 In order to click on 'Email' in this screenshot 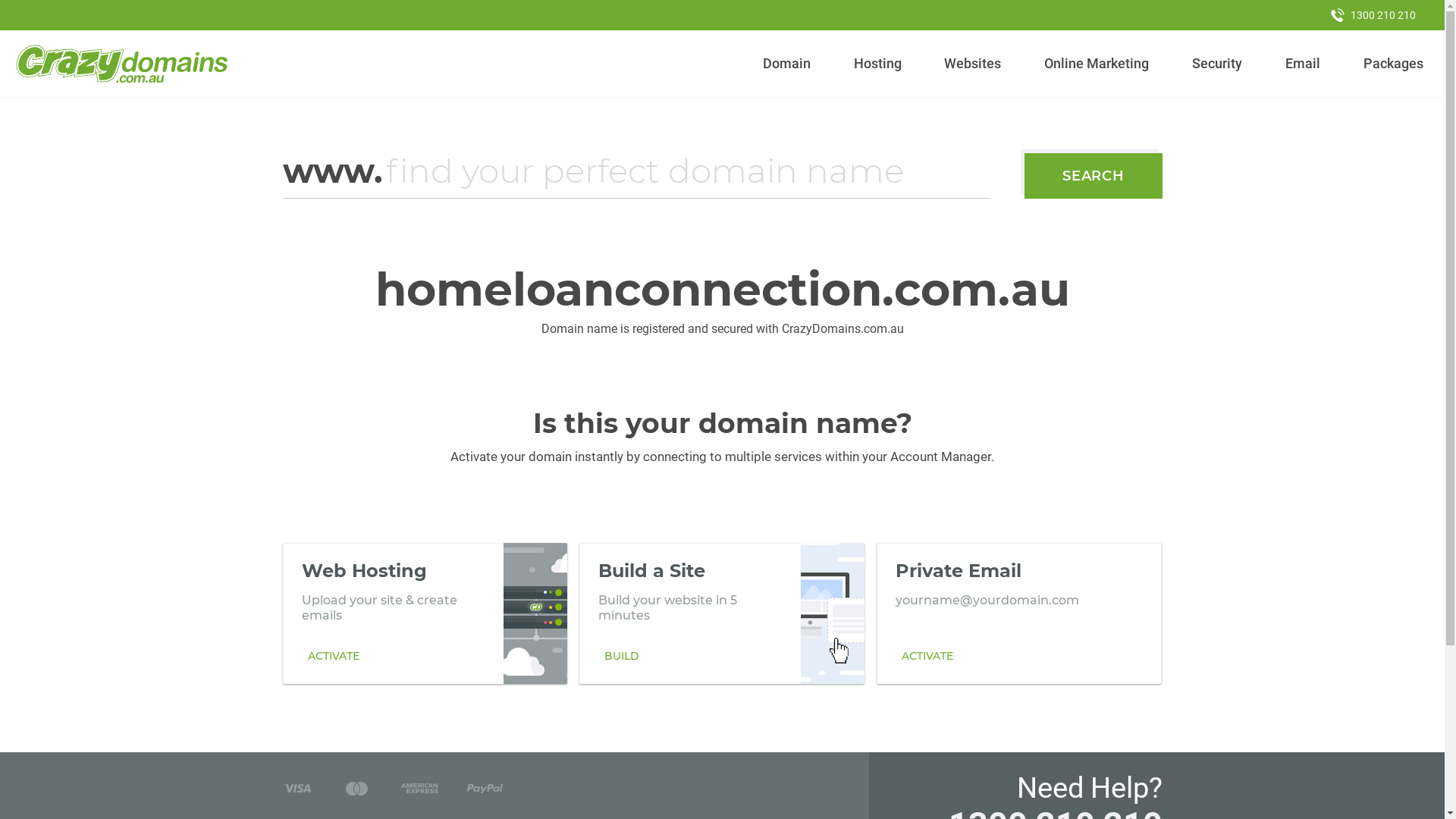, I will do `click(1301, 63)`.